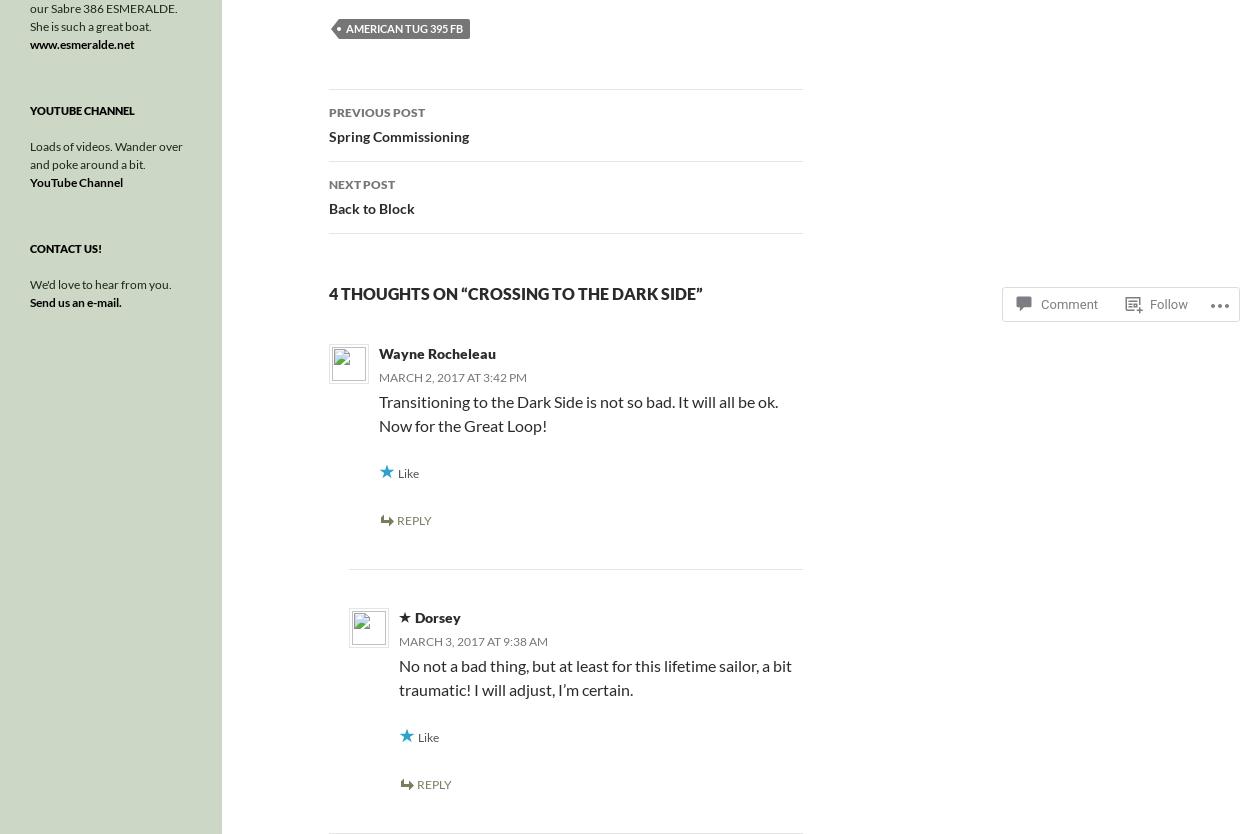 The height and width of the screenshot is (834, 1250). I want to click on 'Wayne Rocheleau', so click(436, 352).